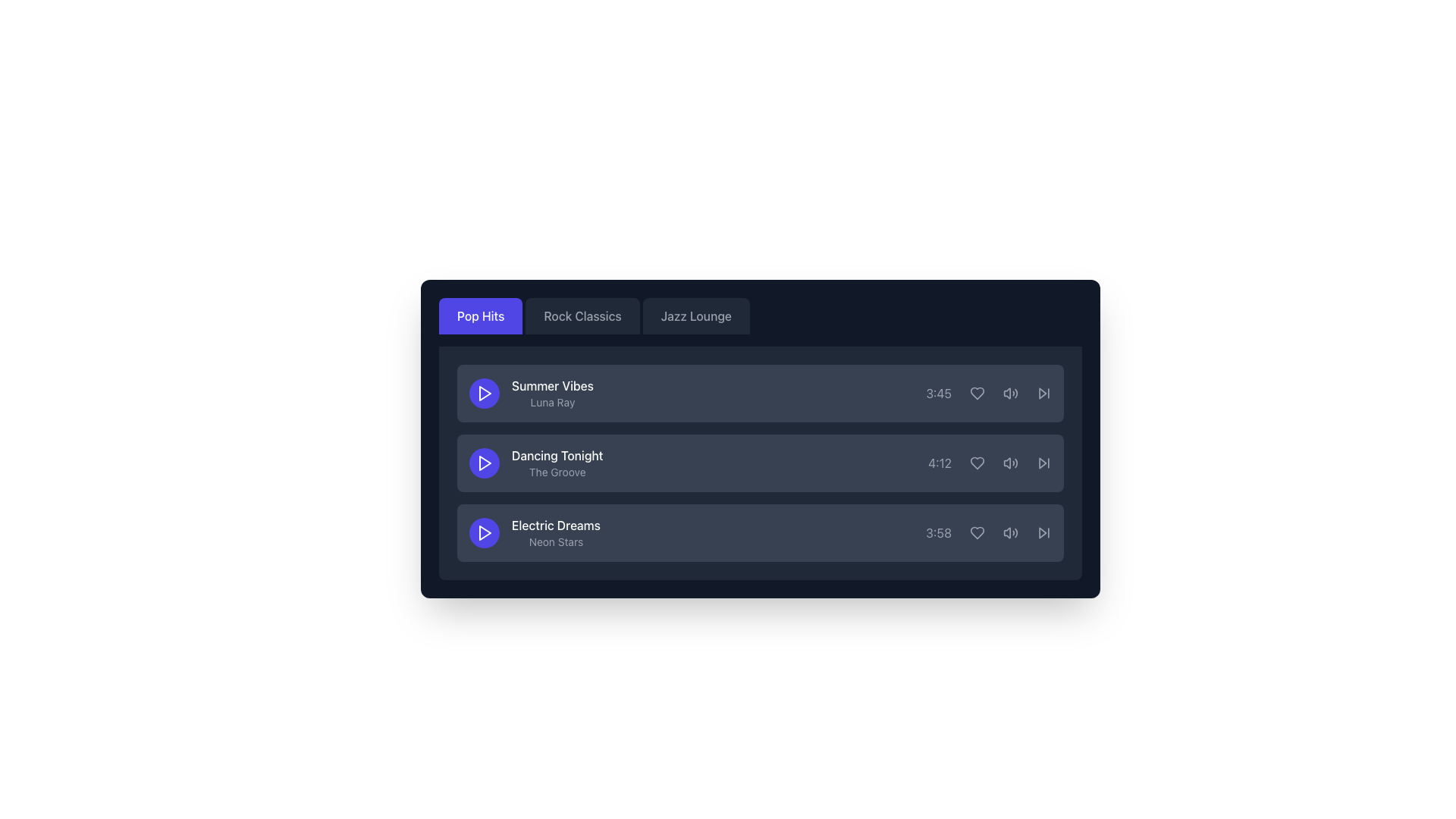 This screenshot has width=1456, height=819. Describe the element at coordinates (555, 525) in the screenshot. I see `the text label displaying 'Electric Dreams' in white, located in the third row of the list within a dark-themed interface` at that location.